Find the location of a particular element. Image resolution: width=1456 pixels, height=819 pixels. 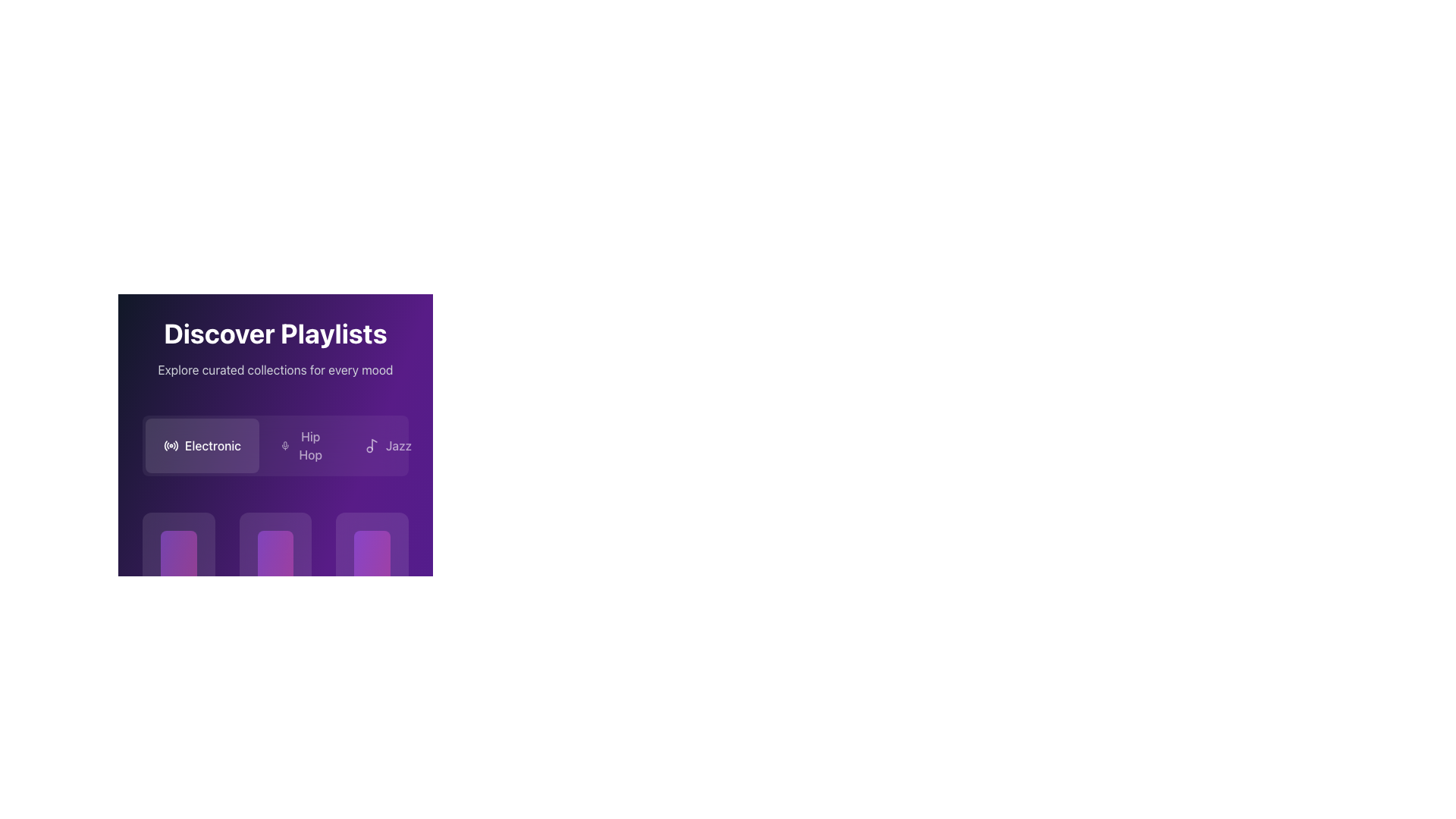

the outermost arc of the radio icon representing the 'Electronic' music category in the playlist interface, located at the bottom-center section of the interface is located at coordinates (177, 444).